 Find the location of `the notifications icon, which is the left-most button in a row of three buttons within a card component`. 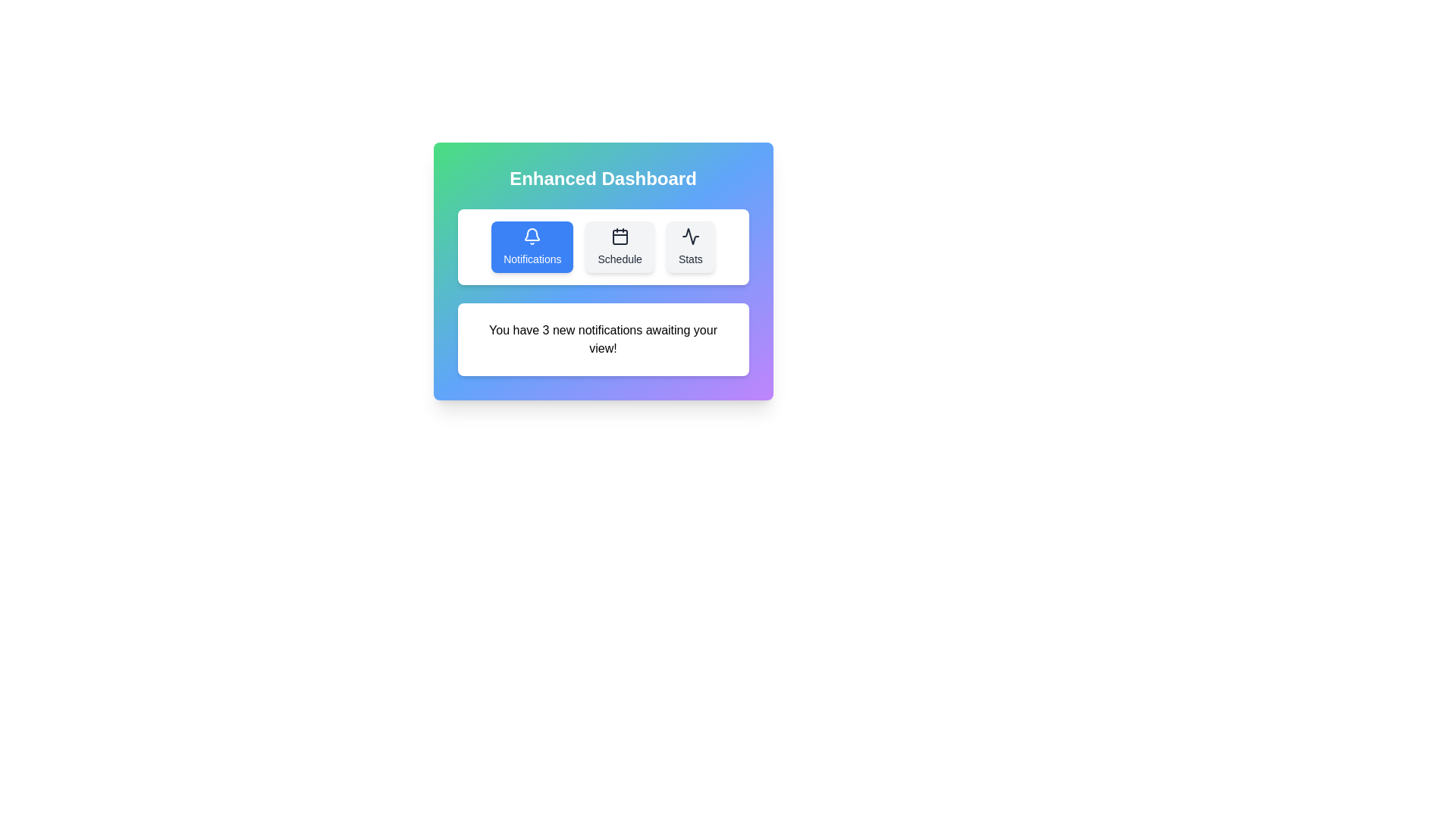

the notifications icon, which is the left-most button in a row of three buttons within a card component is located at coordinates (532, 237).